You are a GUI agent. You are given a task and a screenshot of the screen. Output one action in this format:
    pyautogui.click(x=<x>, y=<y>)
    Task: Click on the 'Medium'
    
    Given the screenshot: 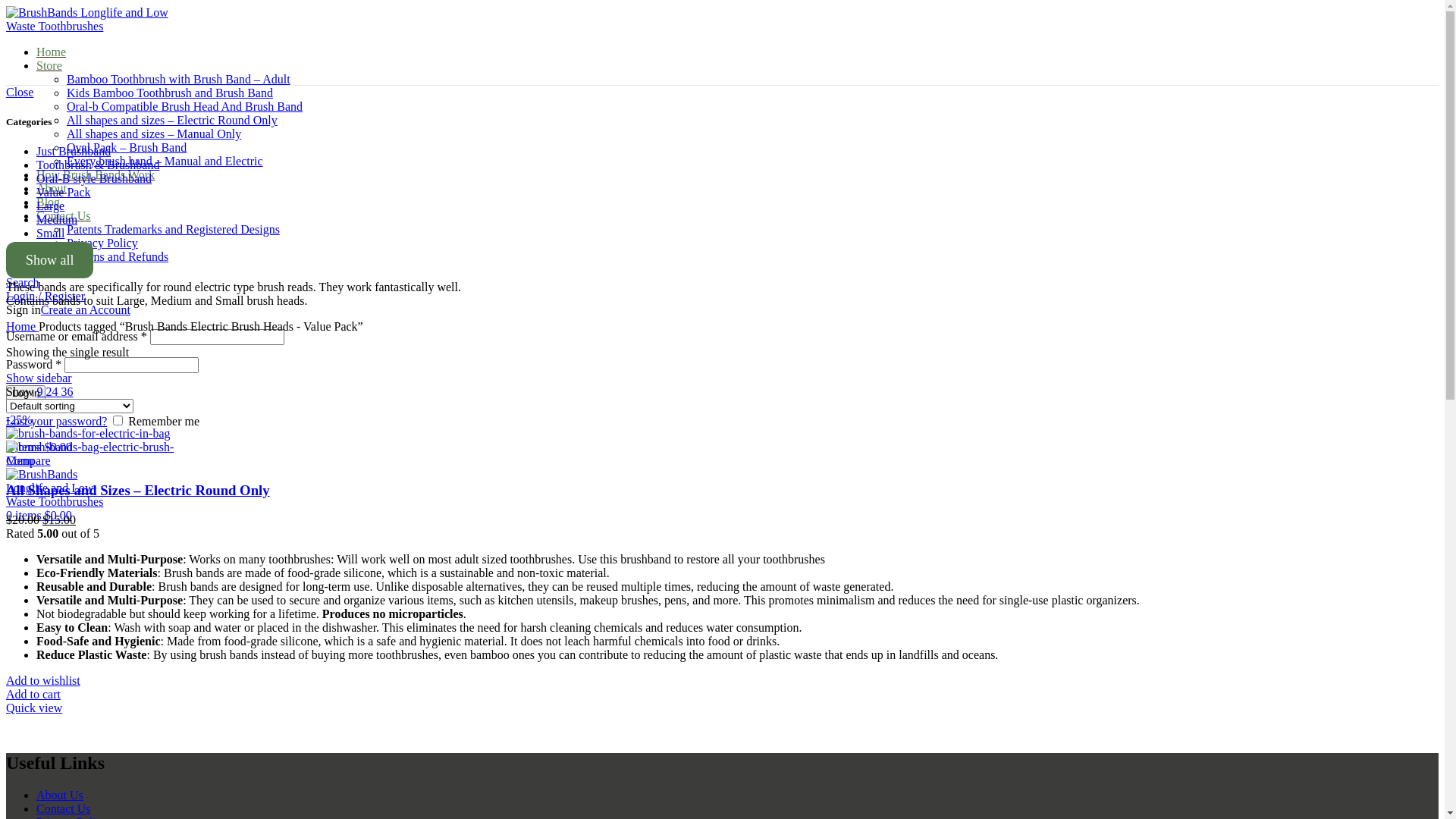 What is the action you would take?
    pyautogui.click(x=57, y=219)
    